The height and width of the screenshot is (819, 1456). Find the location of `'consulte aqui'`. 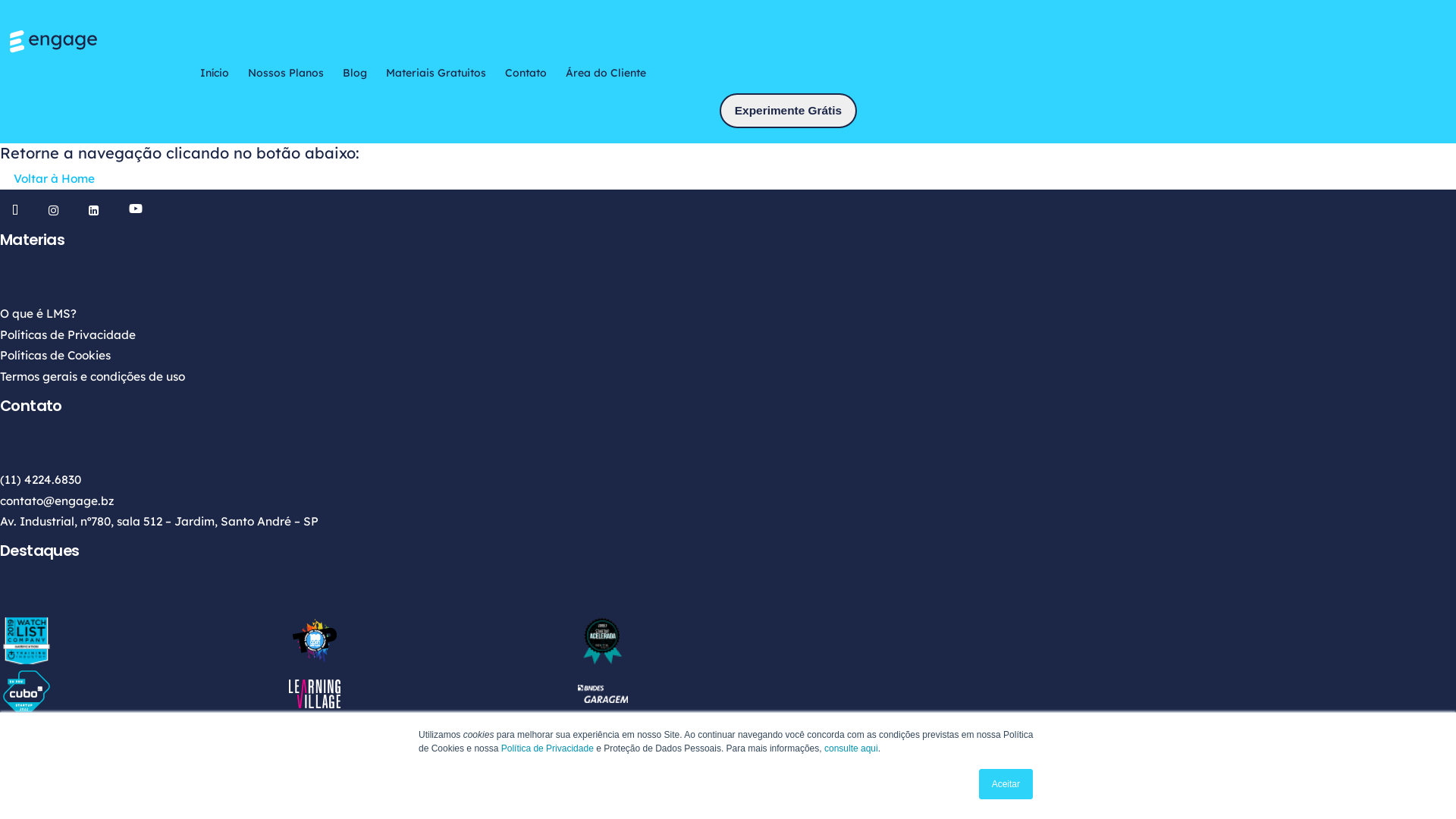

'consulte aqui' is located at coordinates (823, 748).